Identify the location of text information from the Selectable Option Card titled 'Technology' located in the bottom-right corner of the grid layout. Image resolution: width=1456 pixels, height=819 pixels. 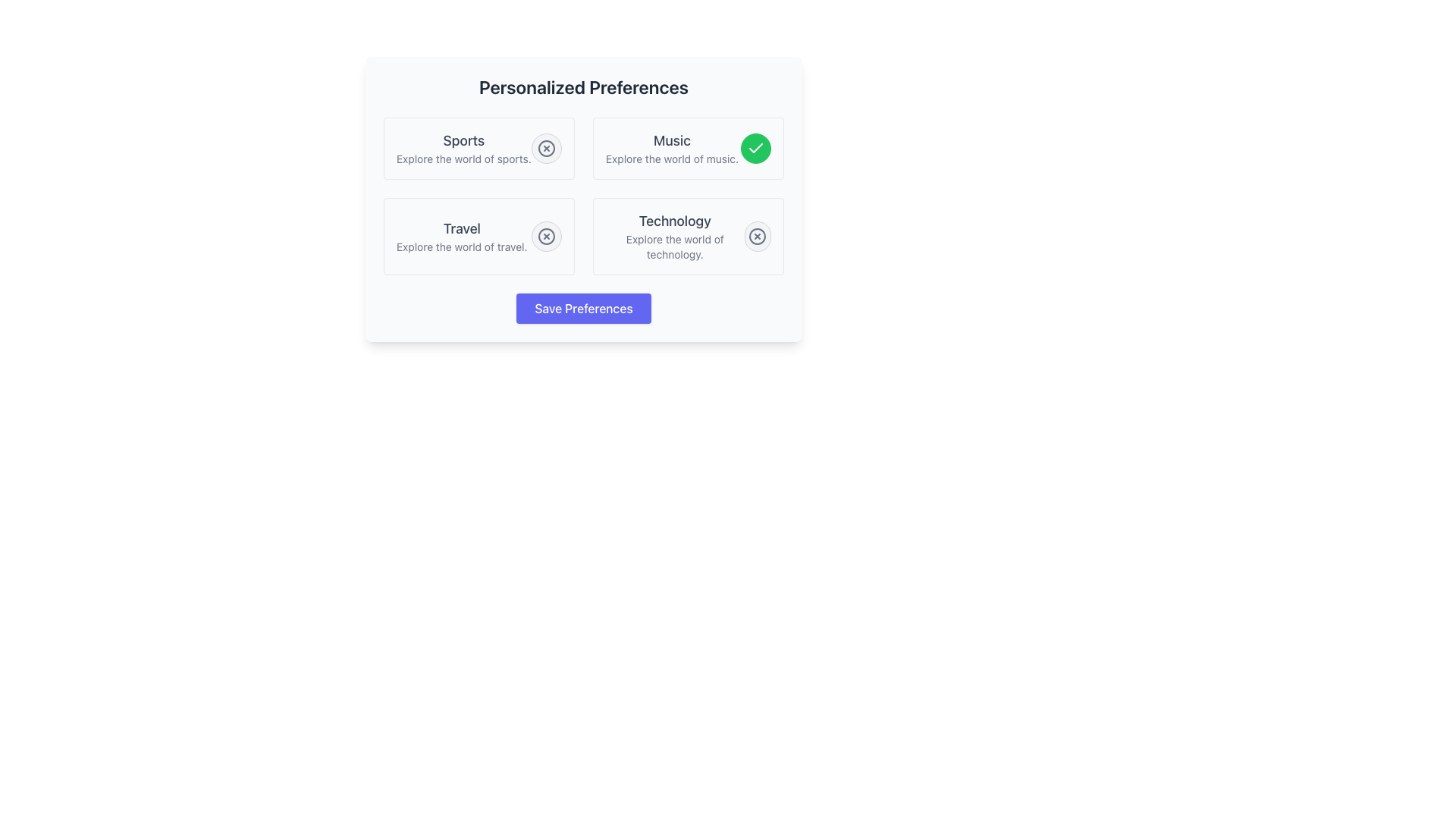
(687, 237).